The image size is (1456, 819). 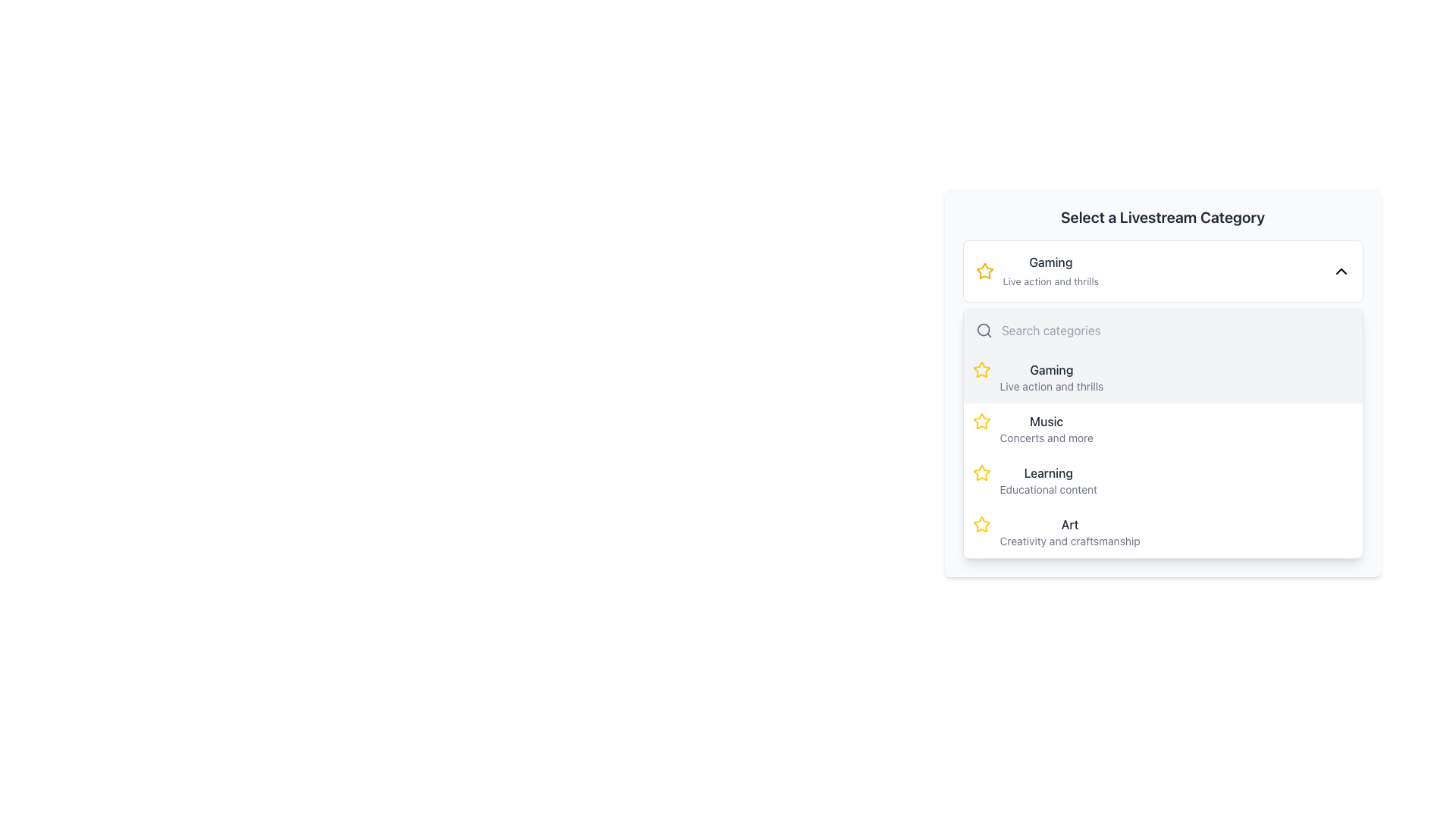 What do you see at coordinates (1069, 523) in the screenshot?
I see `the text label that identifies the 'Art' category in the modal dialogue titled 'Select a Livestream Category'` at bounding box center [1069, 523].